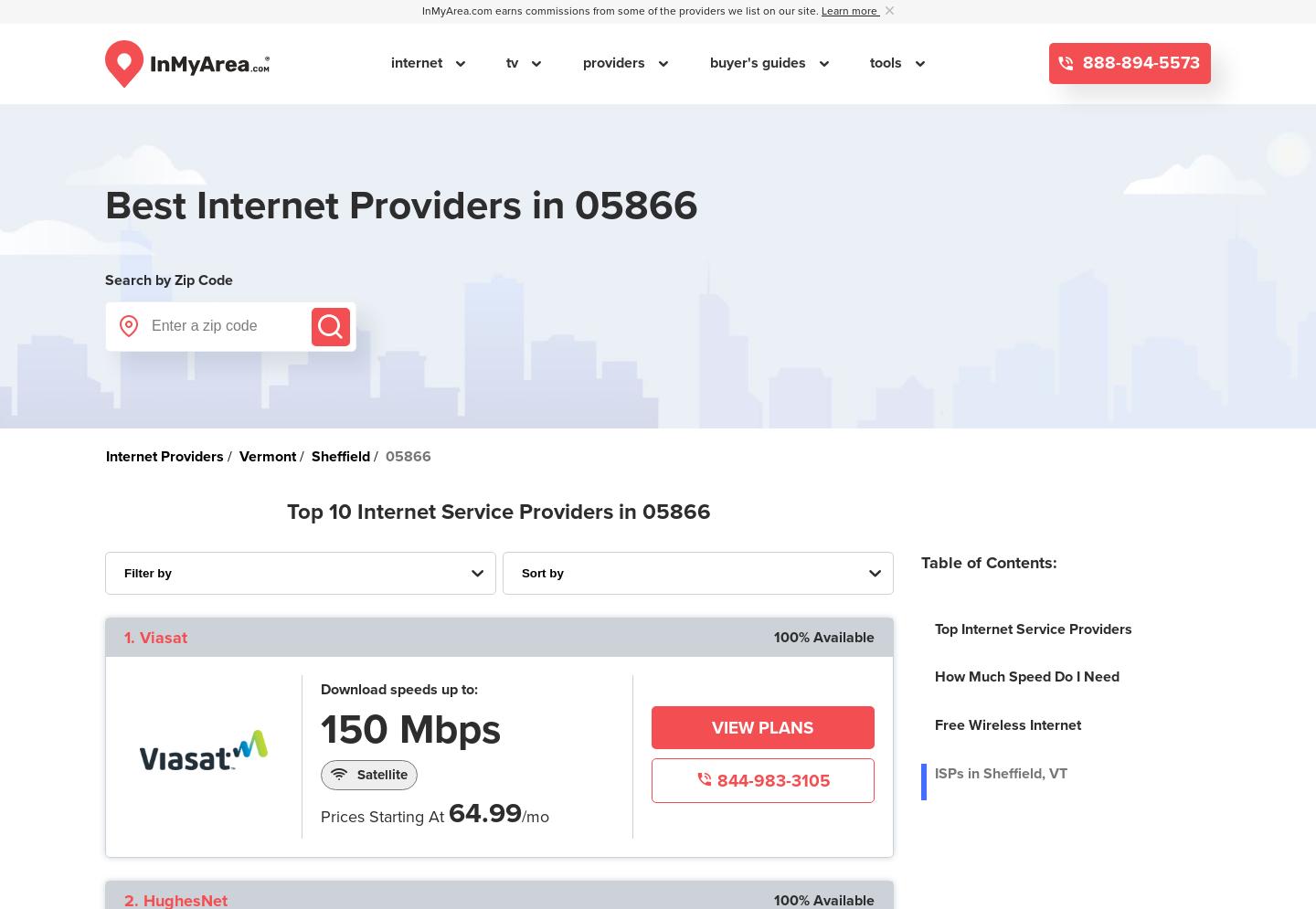  I want to click on '888-894-5573', so click(1077, 62).